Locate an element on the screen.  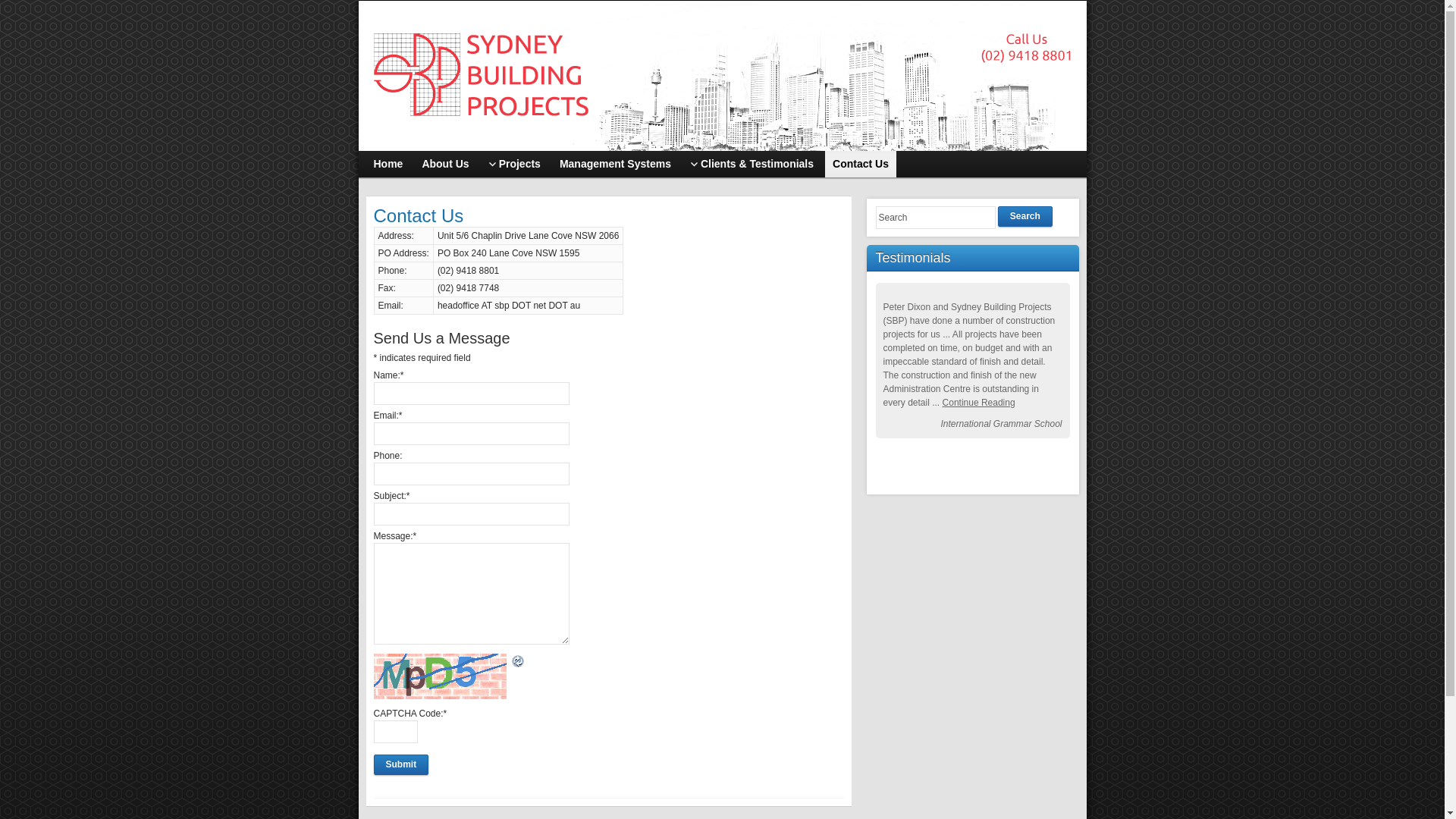
'Projects' is located at coordinates (479, 164).